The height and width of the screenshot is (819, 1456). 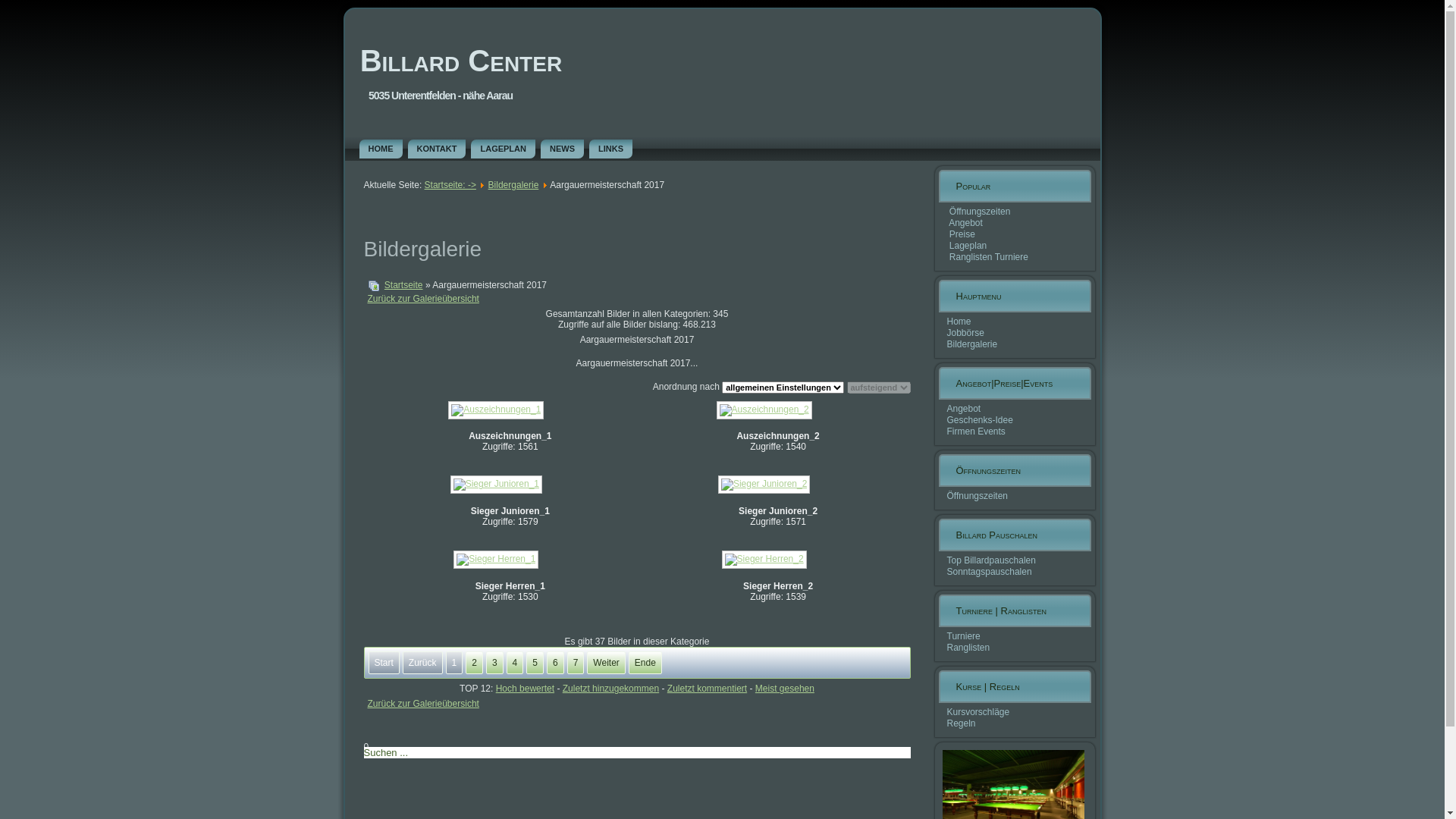 I want to click on '5', so click(x=535, y=662).